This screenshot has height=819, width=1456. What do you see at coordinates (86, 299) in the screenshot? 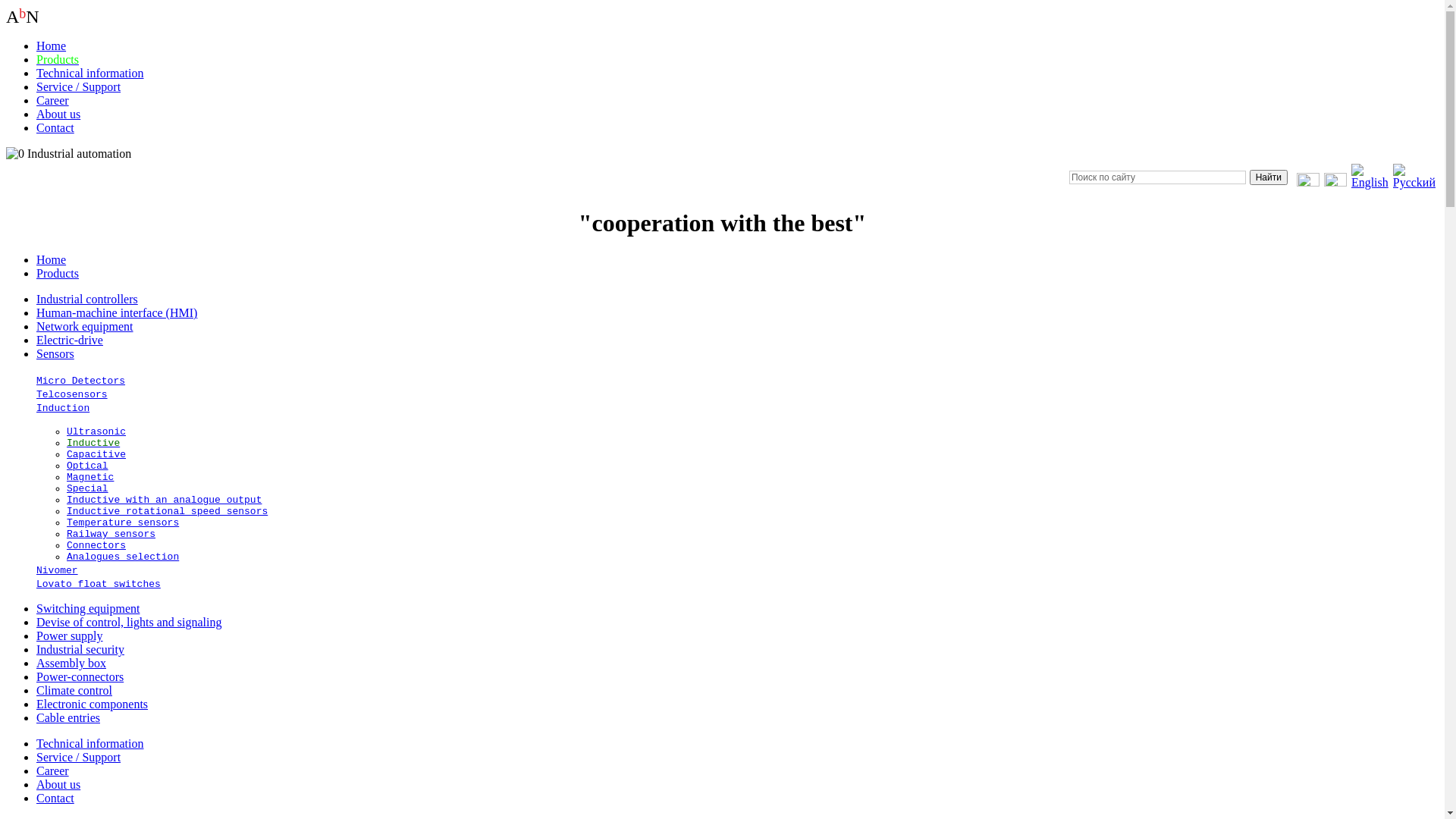
I see `'Industrial controllers'` at bounding box center [86, 299].